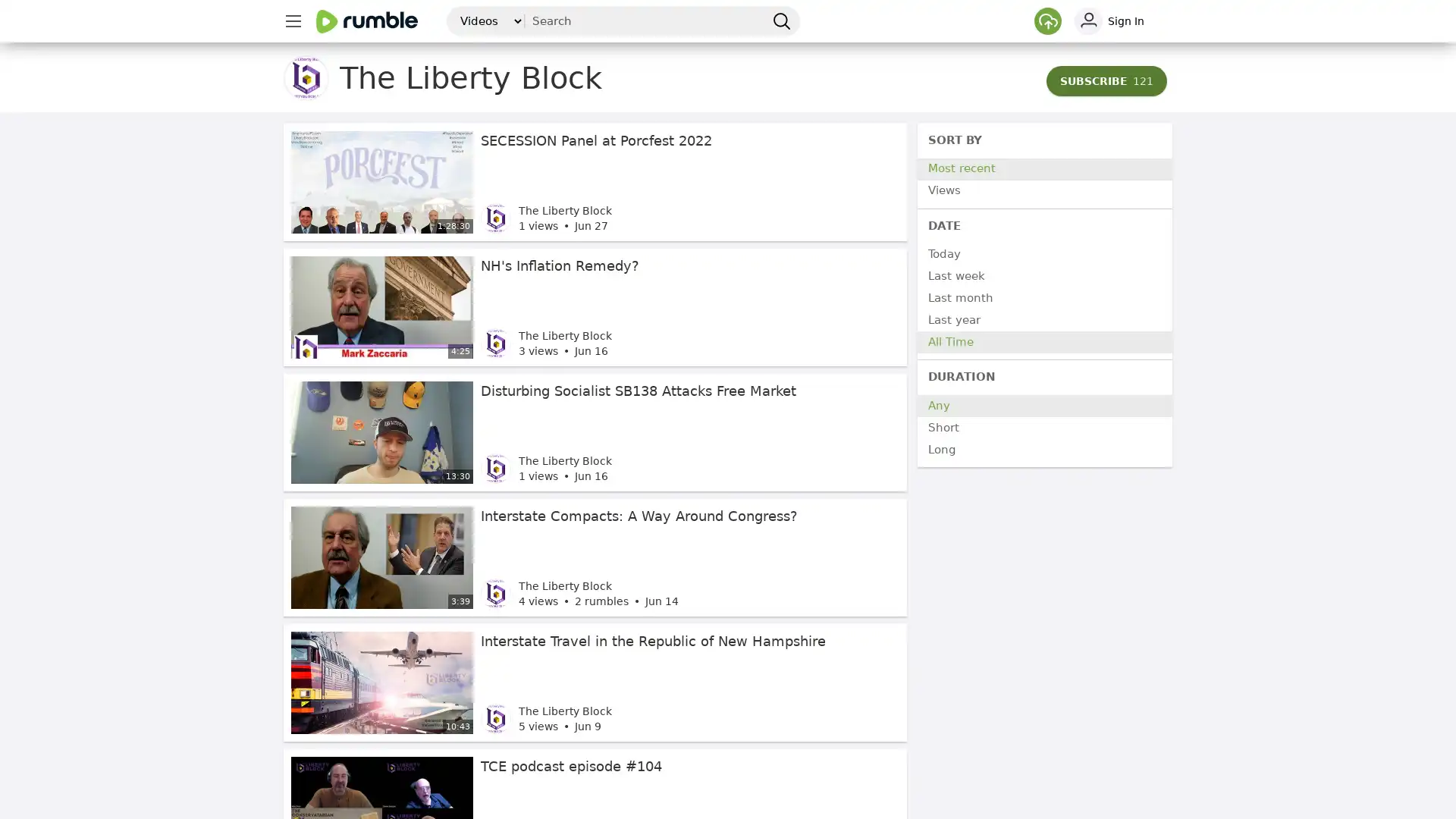  I want to click on main menu, so click(292, 20).